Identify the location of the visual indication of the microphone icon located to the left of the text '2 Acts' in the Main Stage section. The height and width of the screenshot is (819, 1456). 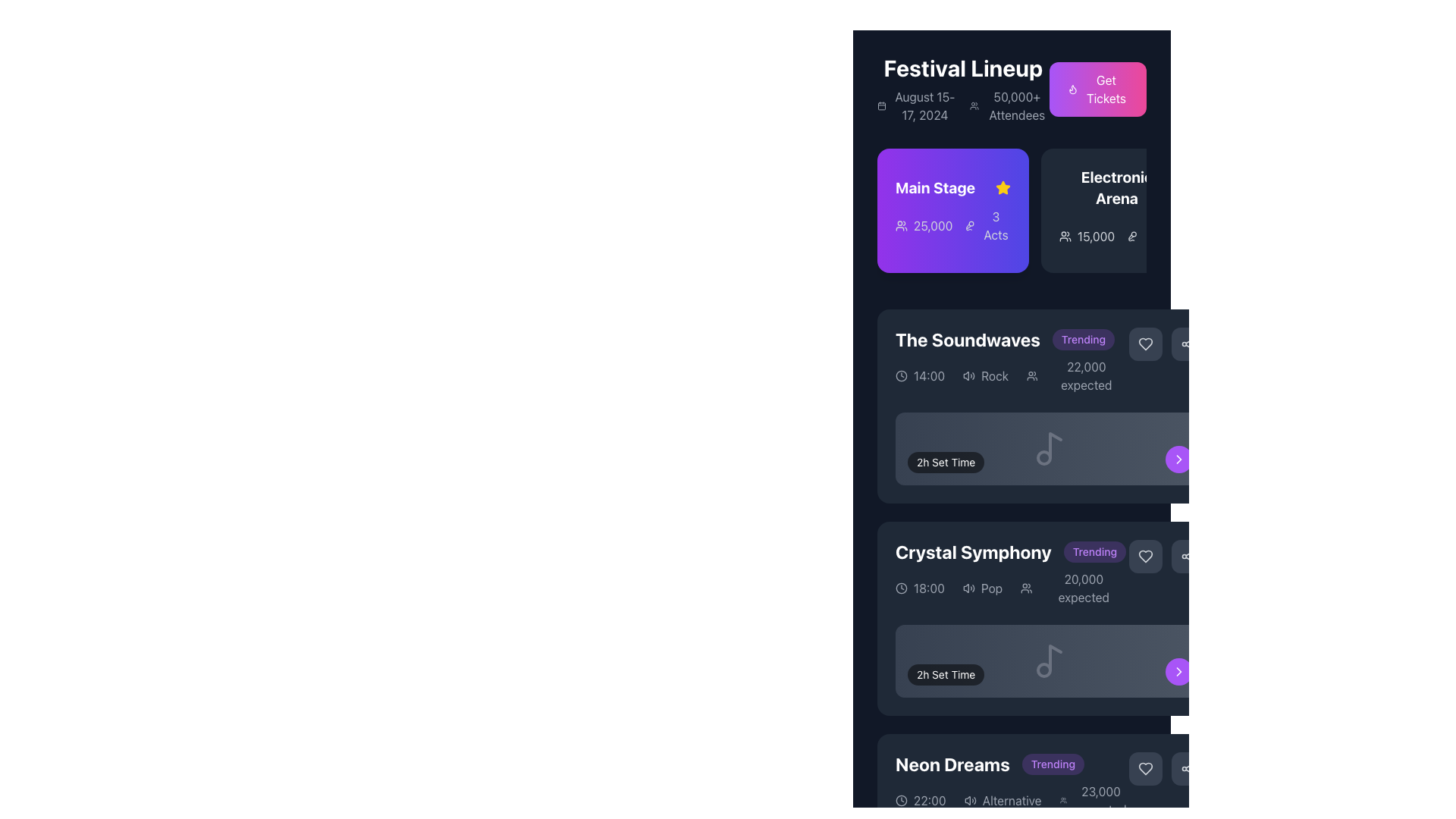
(1132, 237).